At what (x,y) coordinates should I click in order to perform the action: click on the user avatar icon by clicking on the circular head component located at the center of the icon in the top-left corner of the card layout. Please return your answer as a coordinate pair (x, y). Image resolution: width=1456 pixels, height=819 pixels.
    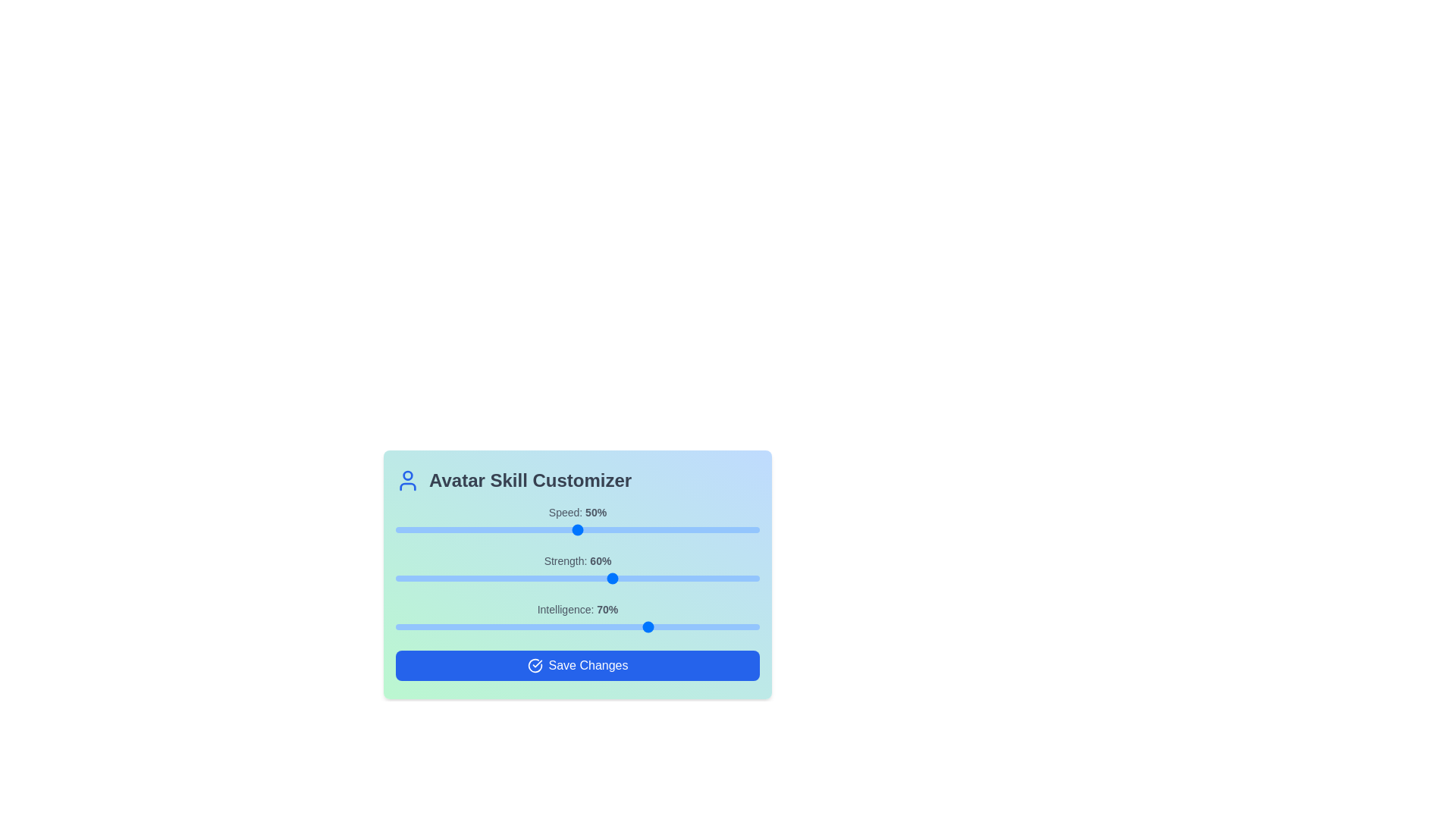
    Looking at the image, I should click on (407, 475).